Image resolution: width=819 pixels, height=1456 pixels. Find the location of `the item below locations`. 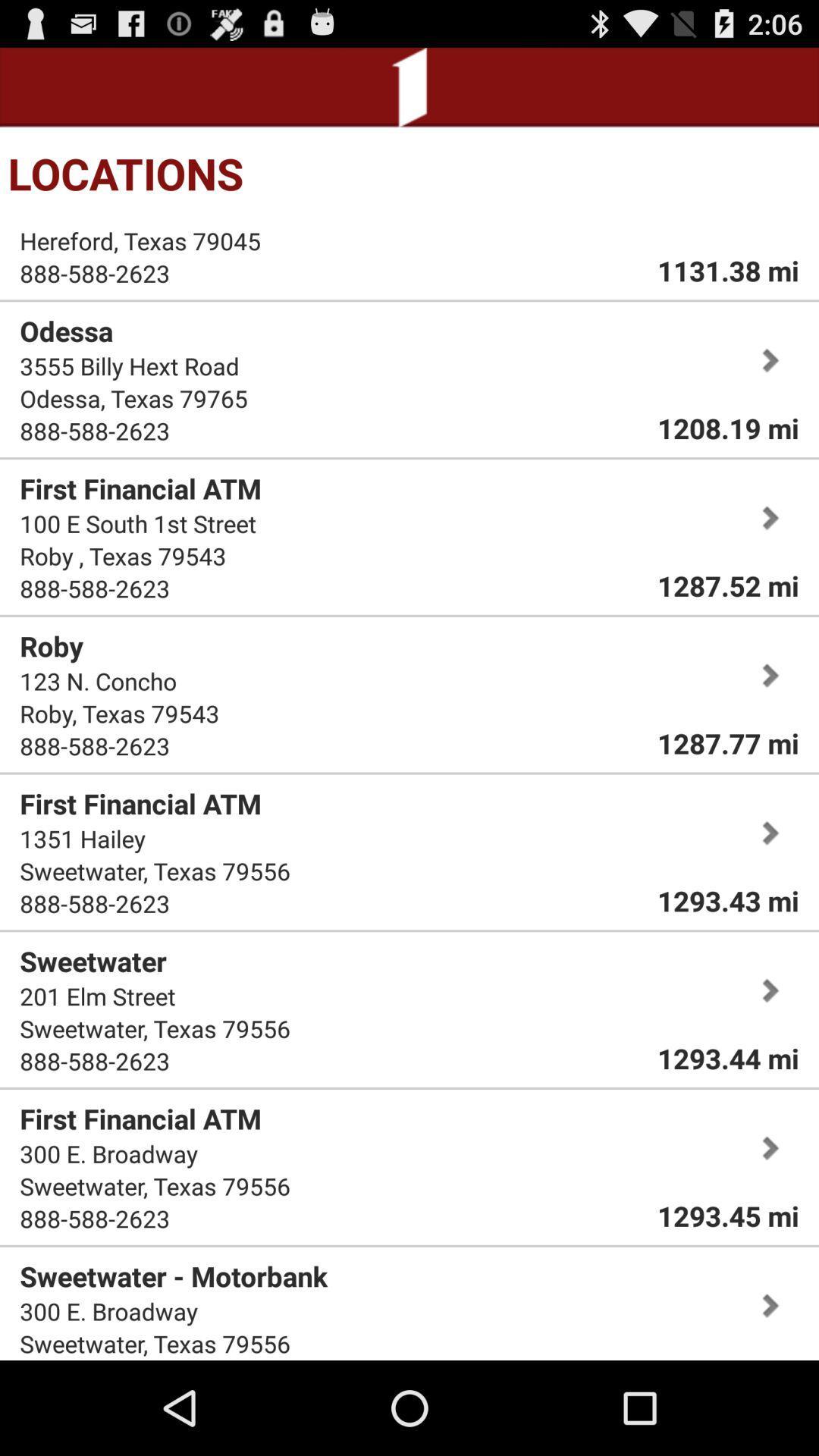

the item below locations is located at coordinates (727, 270).